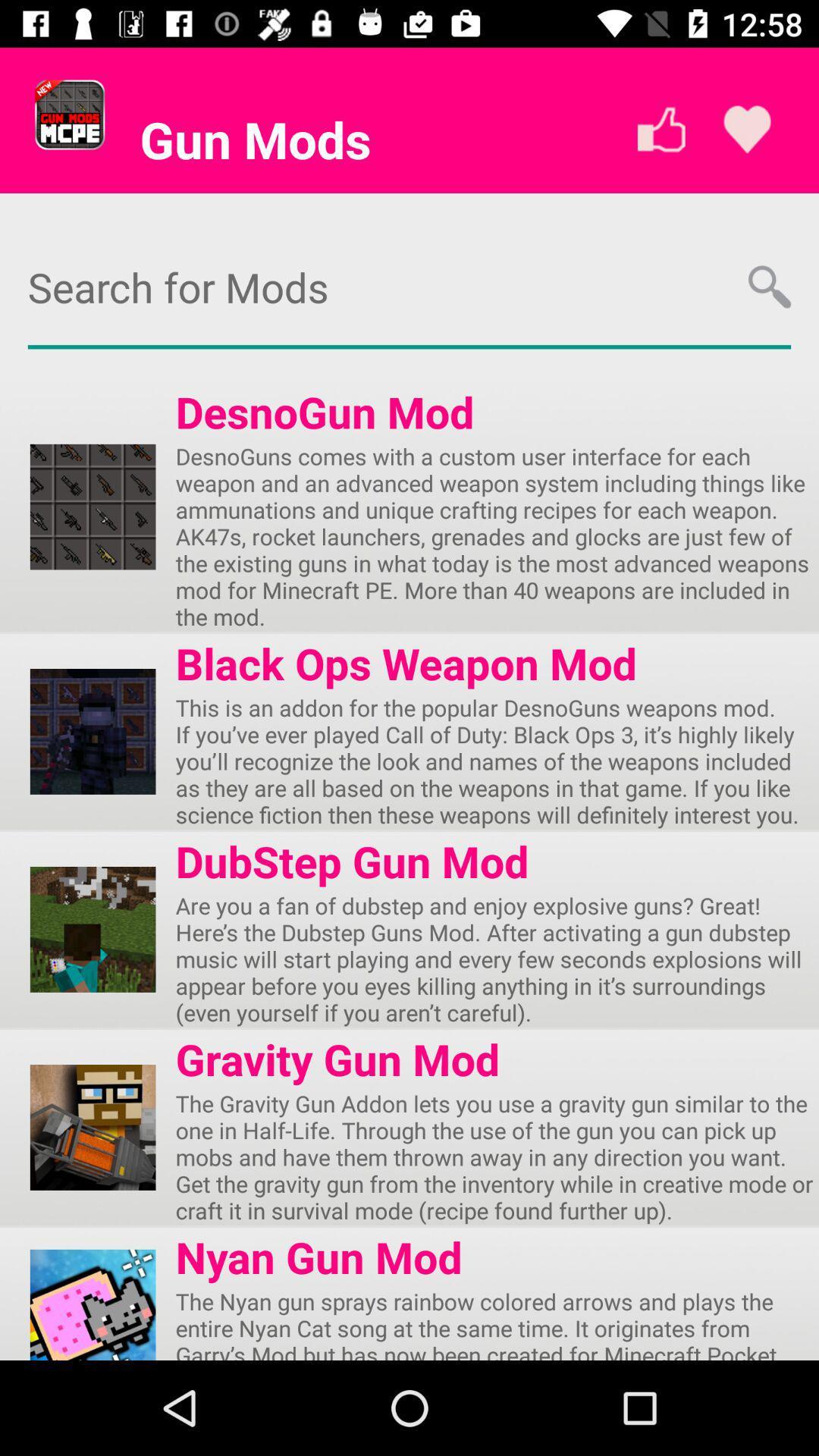  What do you see at coordinates (497, 761) in the screenshot?
I see `the app below the black ops weapon item` at bounding box center [497, 761].